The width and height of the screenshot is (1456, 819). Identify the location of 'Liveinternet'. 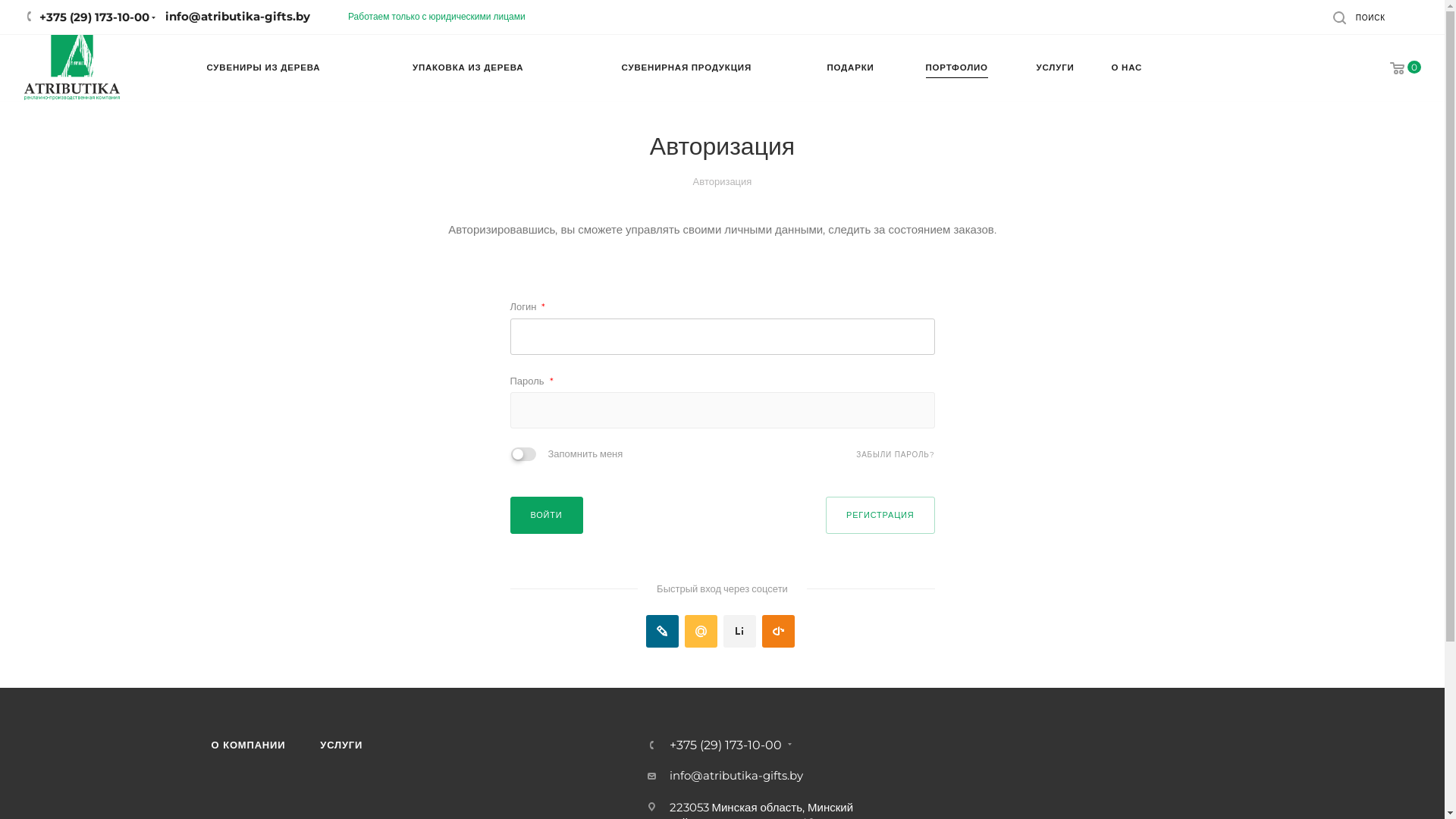
(739, 631).